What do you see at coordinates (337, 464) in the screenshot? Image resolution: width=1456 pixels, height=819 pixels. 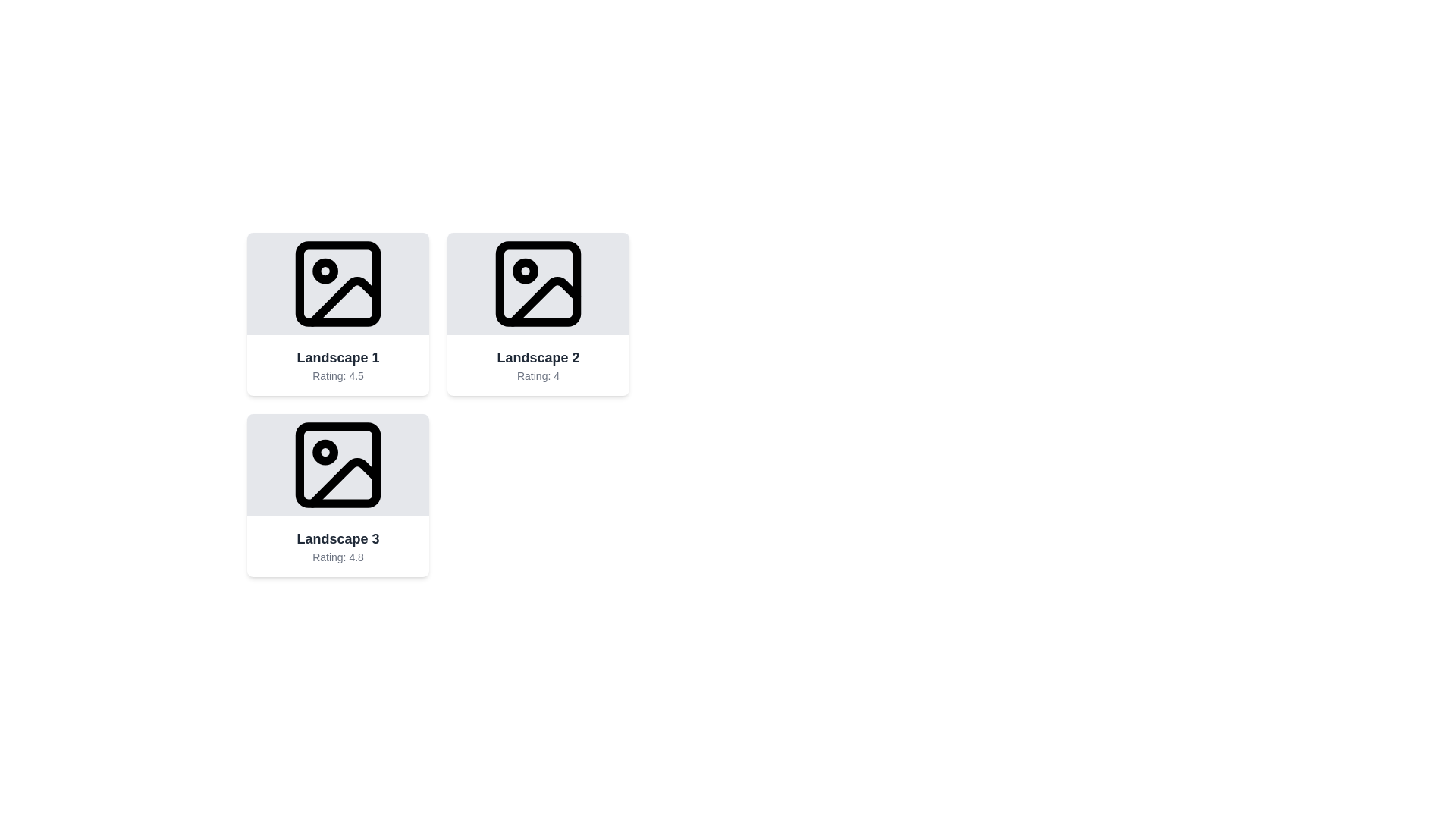 I see `the Image Placeholder icon located in the 'Landscape 3' card` at bounding box center [337, 464].